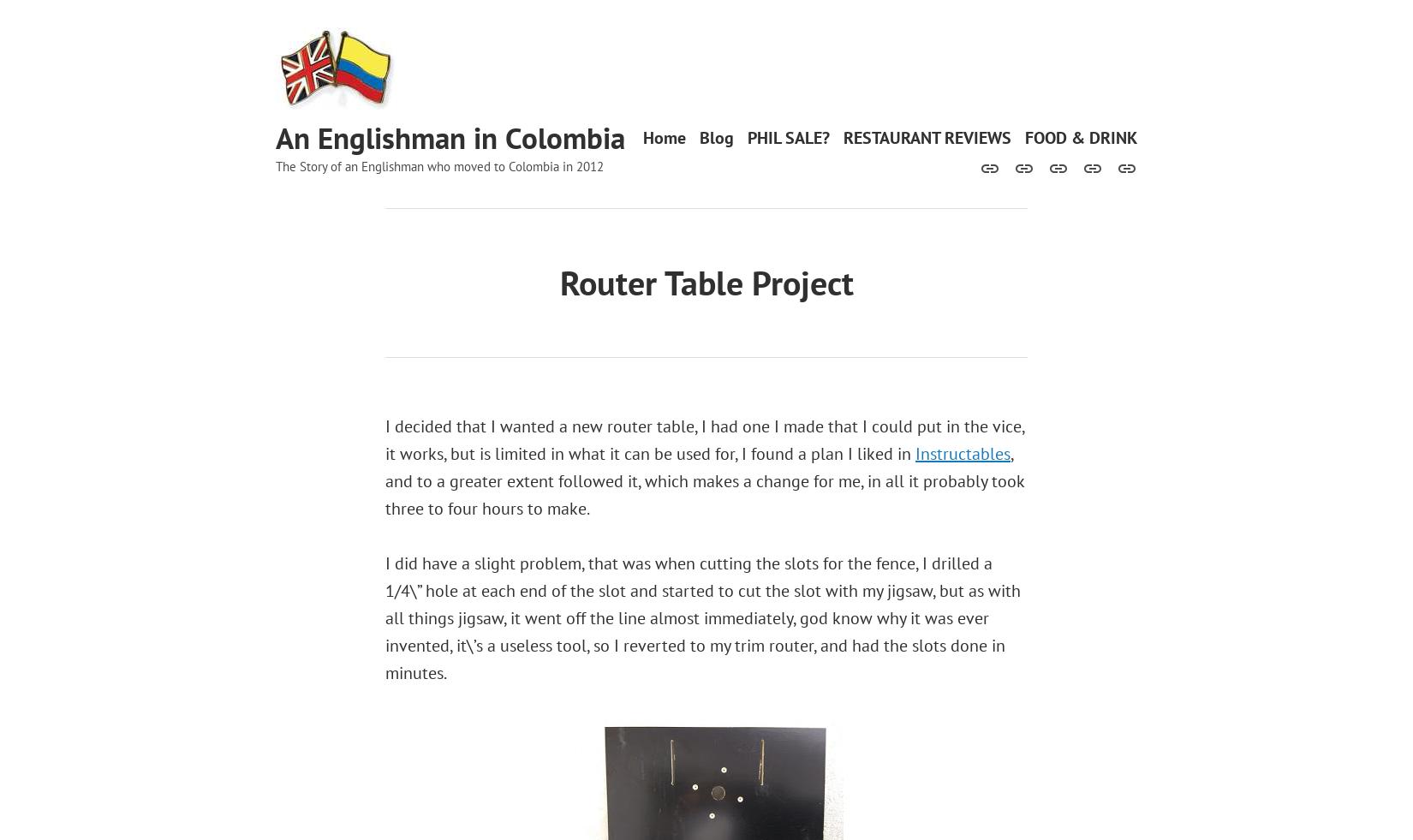 This screenshot has width=1413, height=840. Describe the element at coordinates (702, 618) in the screenshot. I see `'I did have a slight problem, that was when cutting the slots for the fence, I drilled a 1/4\” hole at each end of the slot and started to cut the slot with my jigsaw, but as with all things jigsaw, it went off the line almost immediately, god know why it was ever invented, it\’s a useless tool, so I reverted to my trim router, and had the slots done in minutes.'` at that location.